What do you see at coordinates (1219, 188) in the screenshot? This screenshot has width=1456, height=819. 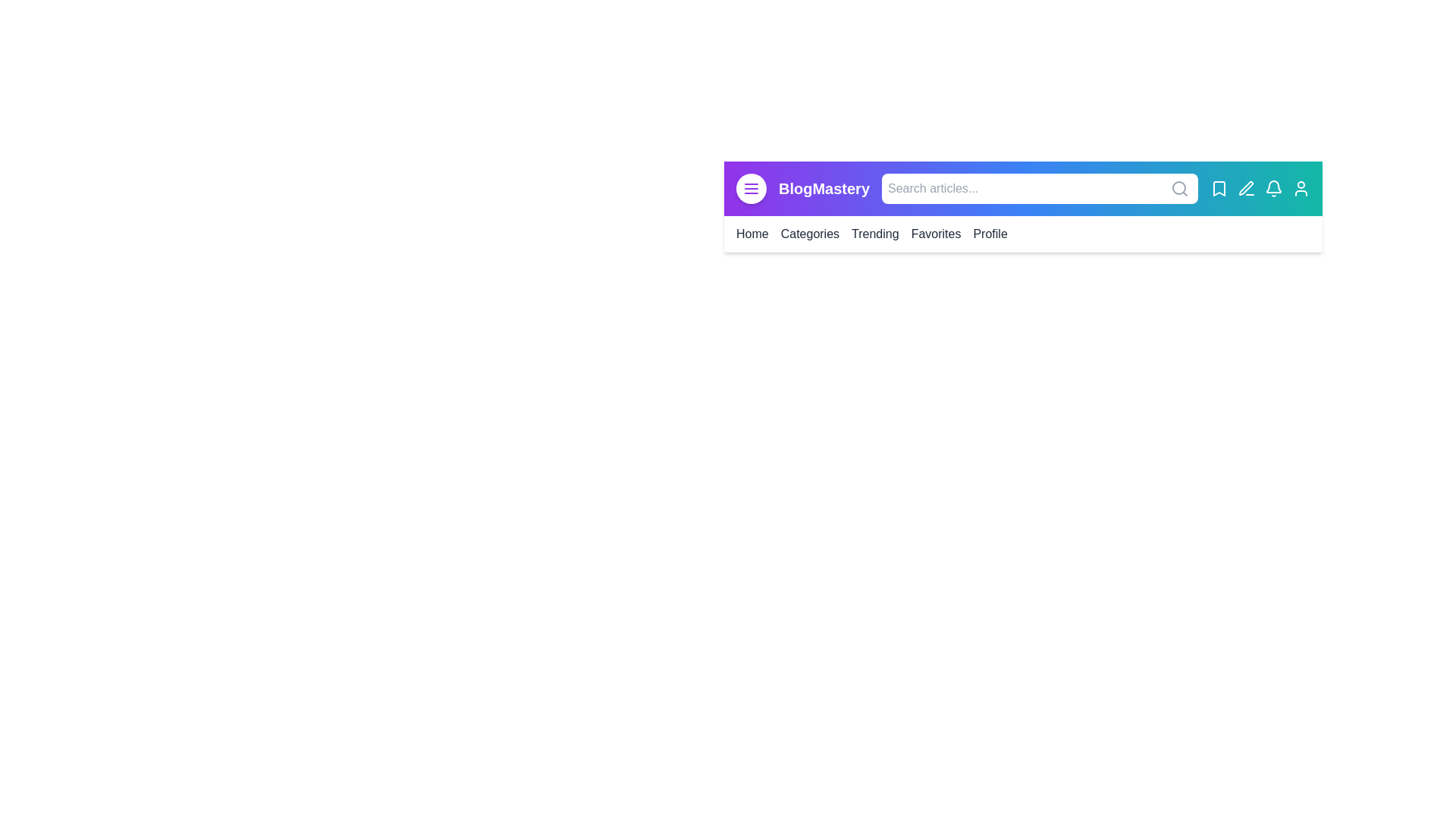 I see `the Bookmark icon to perform its action` at bounding box center [1219, 188].